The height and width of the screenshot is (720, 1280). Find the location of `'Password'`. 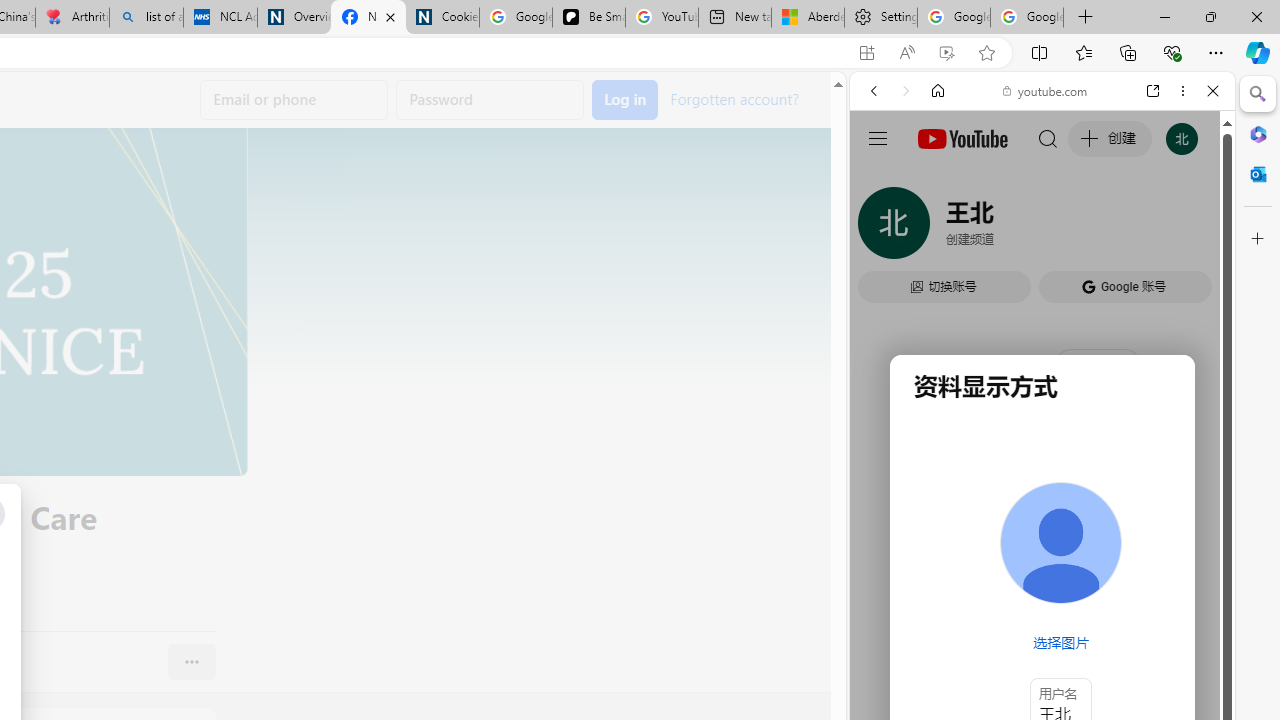

'Password' is located at coordinates (490, 100).